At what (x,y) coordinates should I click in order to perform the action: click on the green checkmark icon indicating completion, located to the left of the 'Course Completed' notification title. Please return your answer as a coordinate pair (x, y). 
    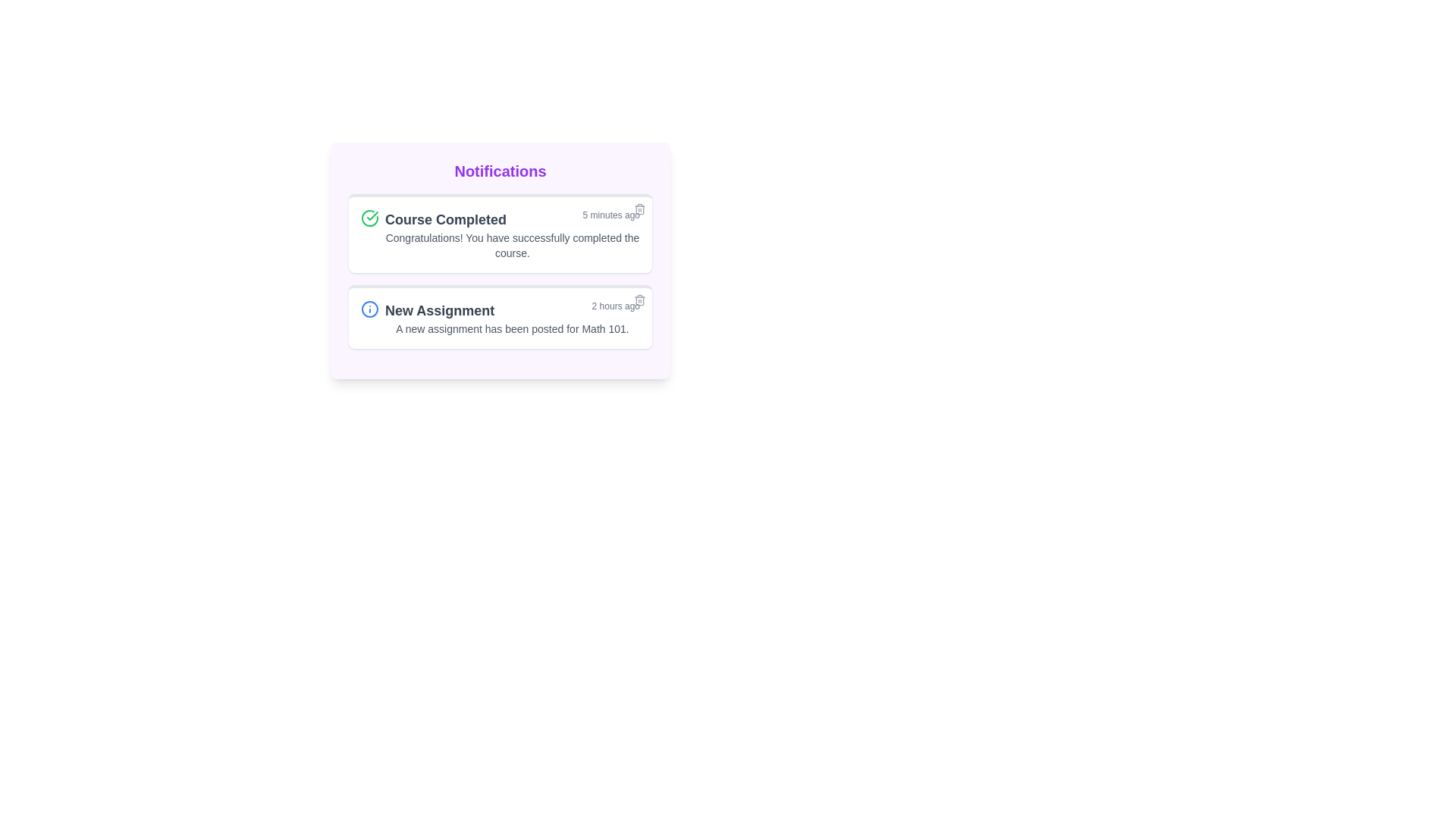
    Looking at the image, I should click on (370, 218).